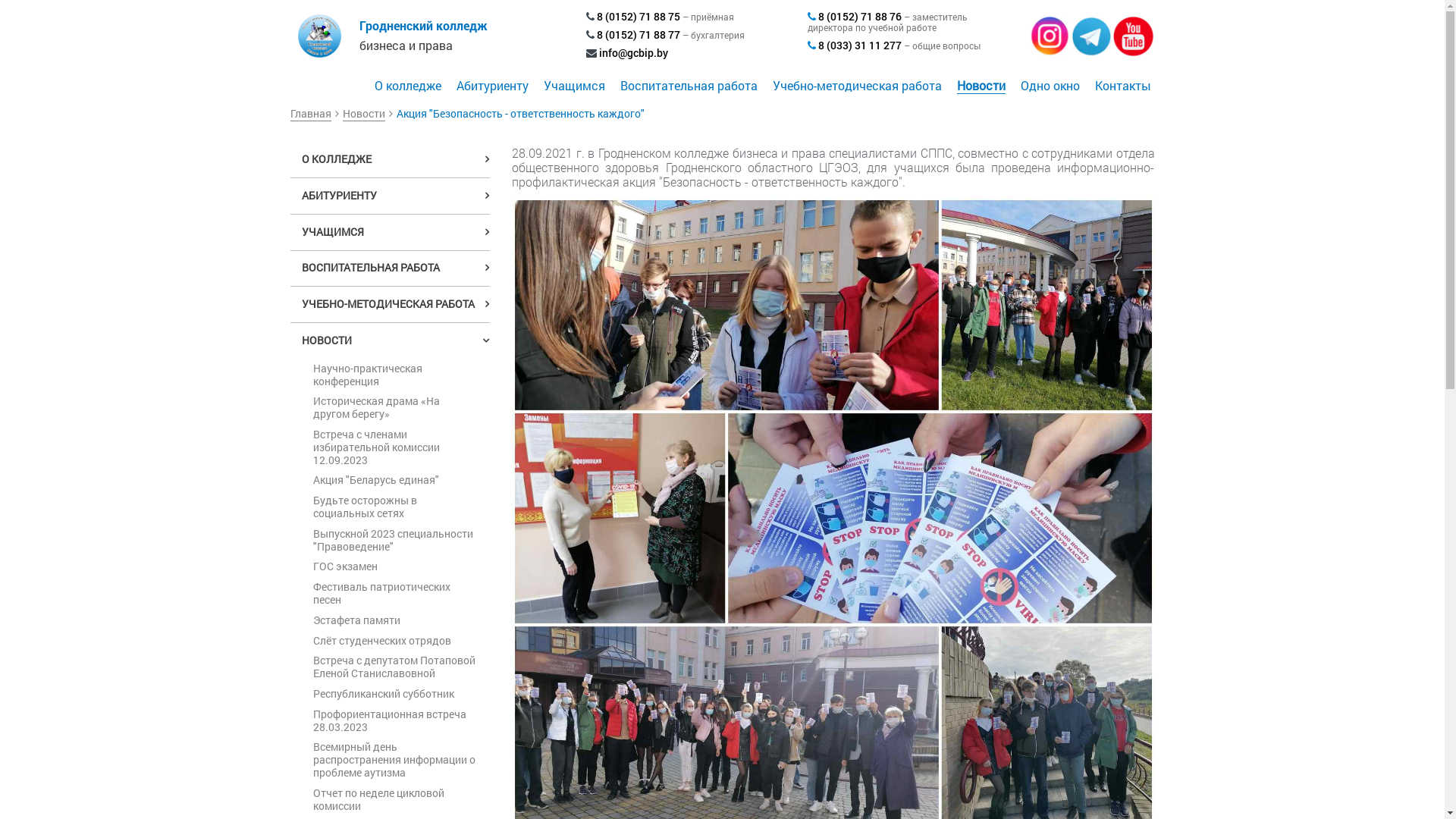 The height and width of the screenshot is (819, 1456). What do you see at coordinates (637, 16) in the screenshot?
I see `'8 (0152) 71 88 75'` at bounding box center [637, 16].